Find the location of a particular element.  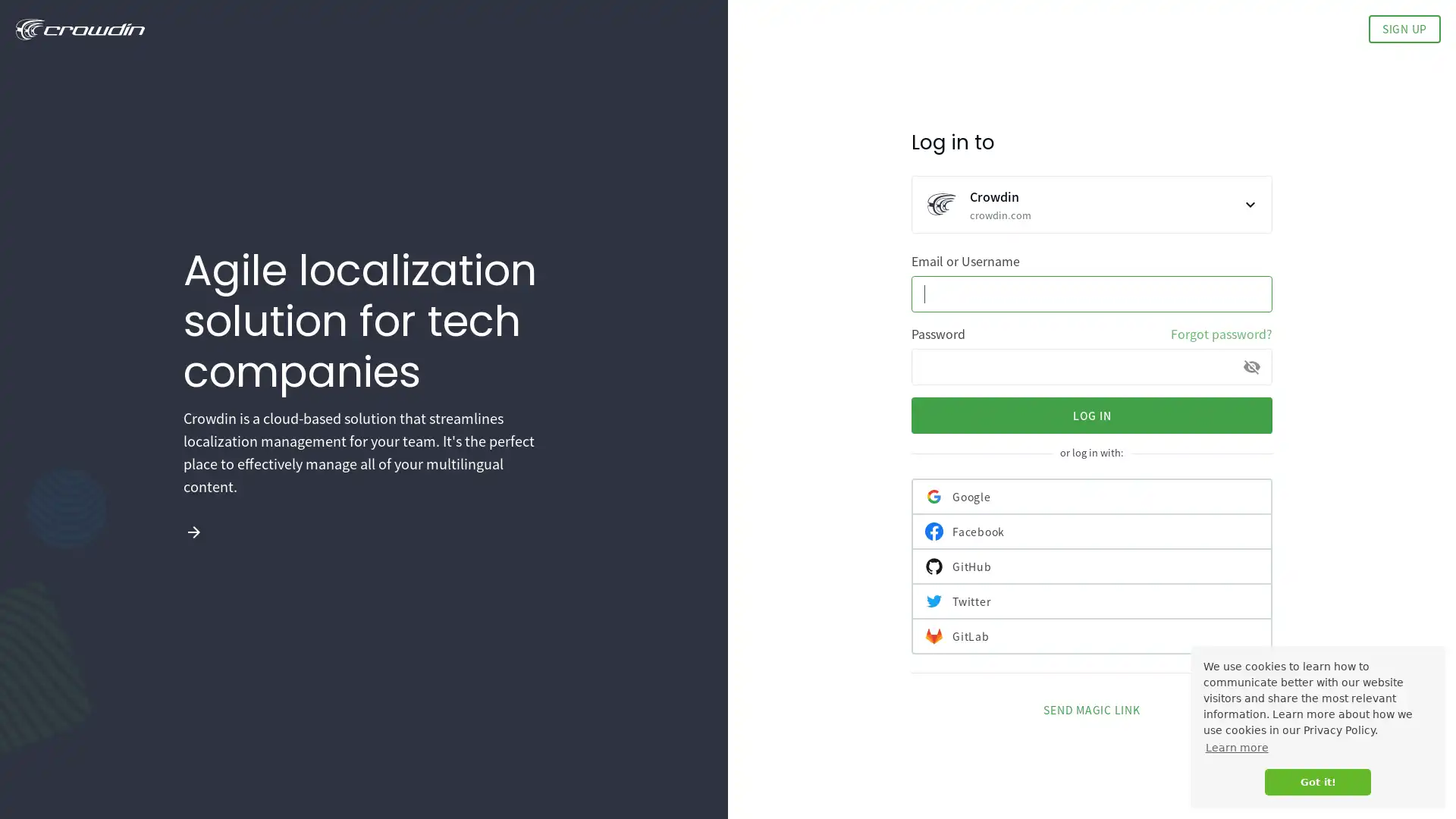

LOG IN is located at coordinates (1092, 415).